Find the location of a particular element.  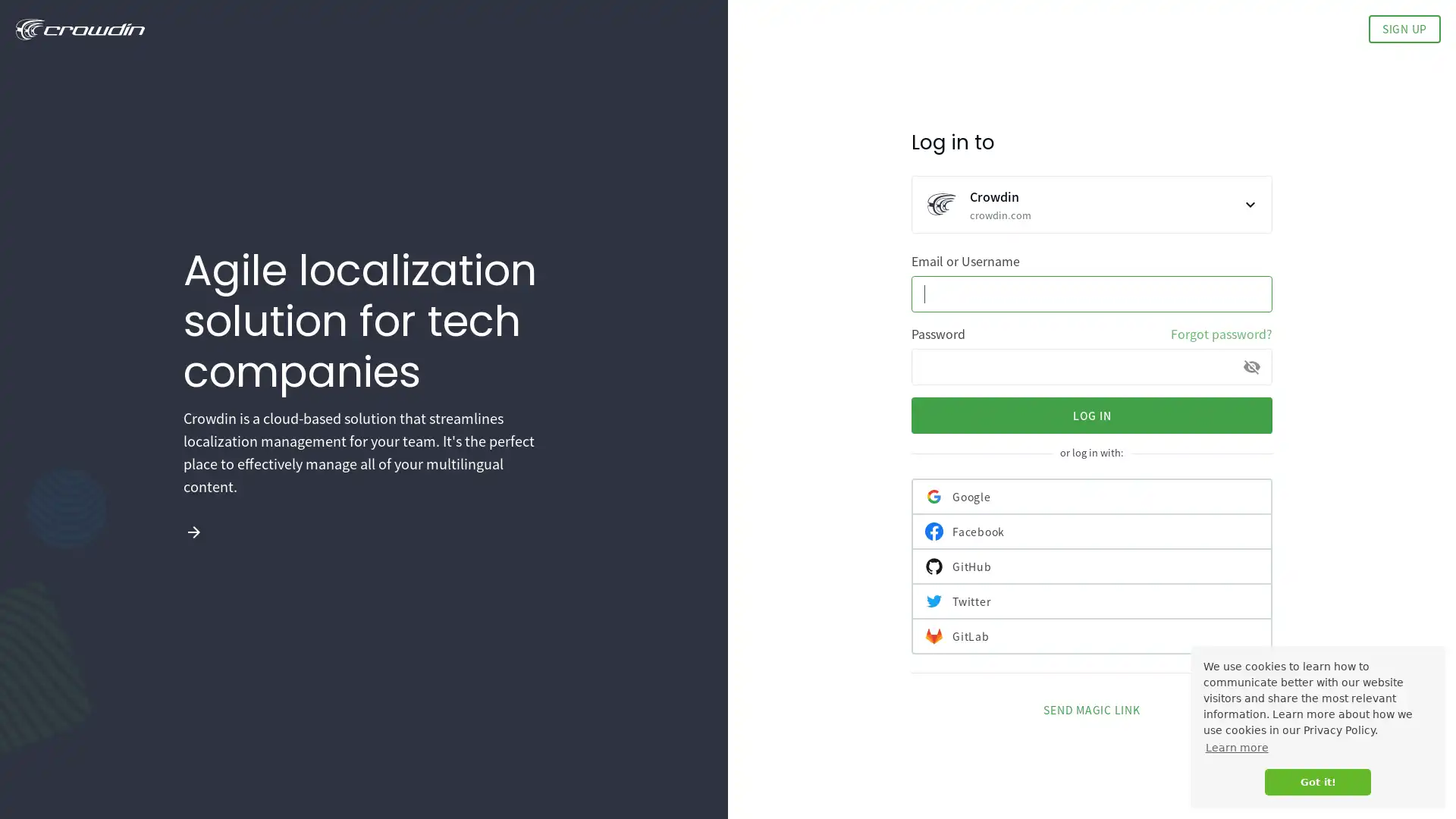

LOG IN is located at coordinates (1092, 415).